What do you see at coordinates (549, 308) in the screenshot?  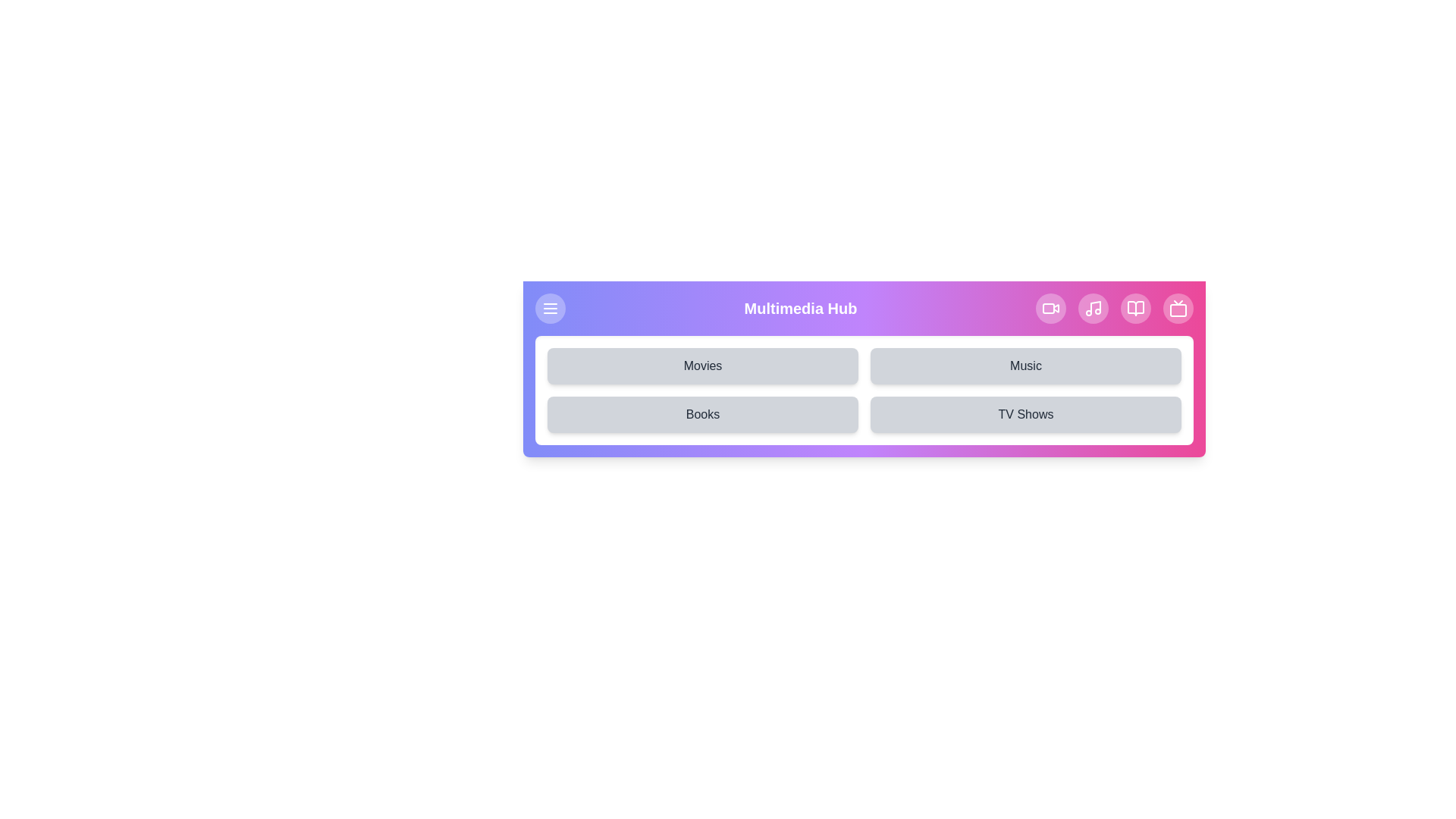 I see `the menu icon button to toggle the menu visibility` at bounding box center [549, 308].